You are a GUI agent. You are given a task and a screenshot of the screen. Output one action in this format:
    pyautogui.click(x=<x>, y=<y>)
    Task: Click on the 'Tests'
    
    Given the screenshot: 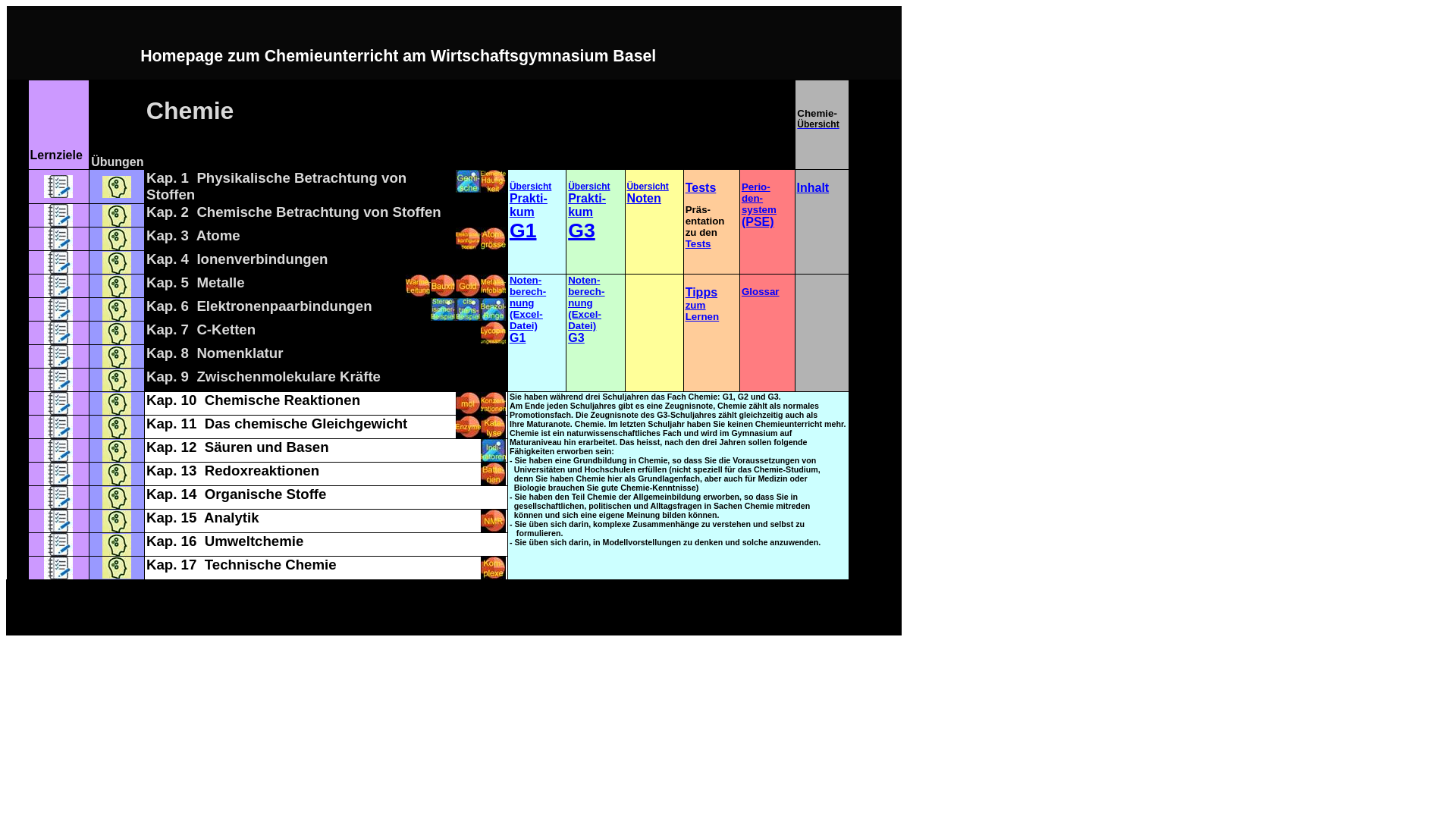 What is the action you would take?
    pyautogui.click(x=700, y=187)
    